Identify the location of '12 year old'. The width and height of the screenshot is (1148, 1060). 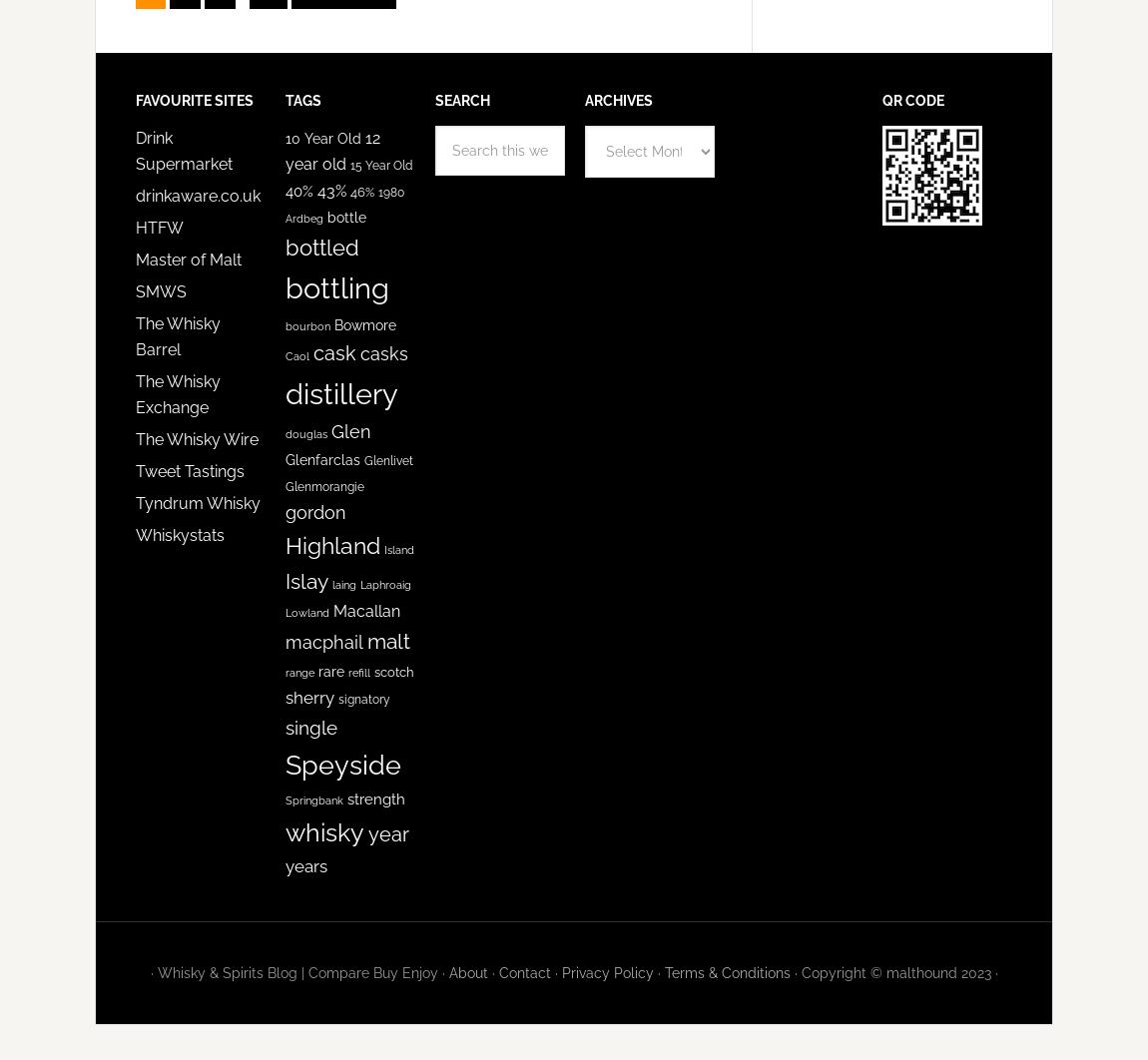
(285, 151).